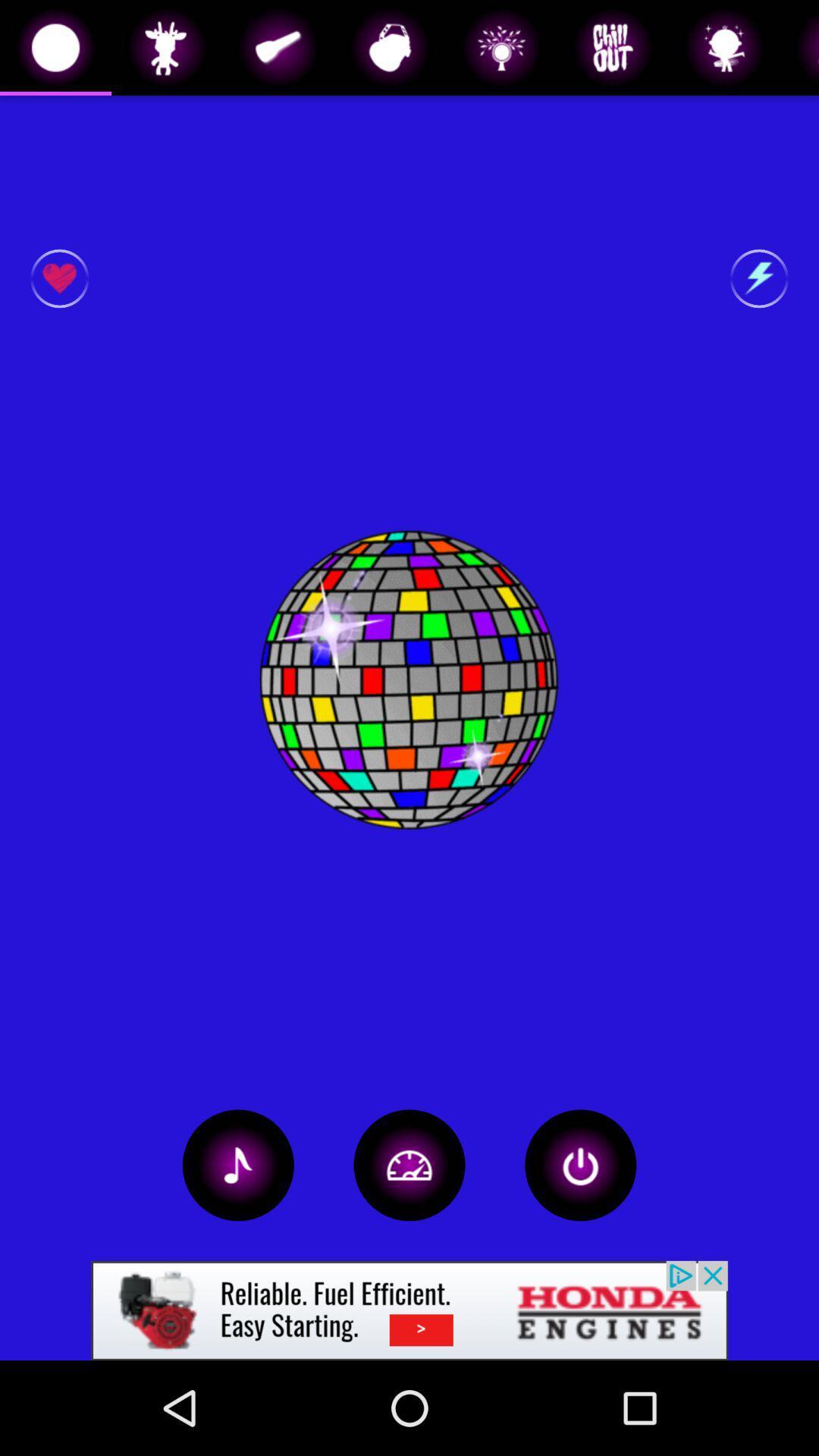  I want to click on advertisement website, so click(409, 1310).